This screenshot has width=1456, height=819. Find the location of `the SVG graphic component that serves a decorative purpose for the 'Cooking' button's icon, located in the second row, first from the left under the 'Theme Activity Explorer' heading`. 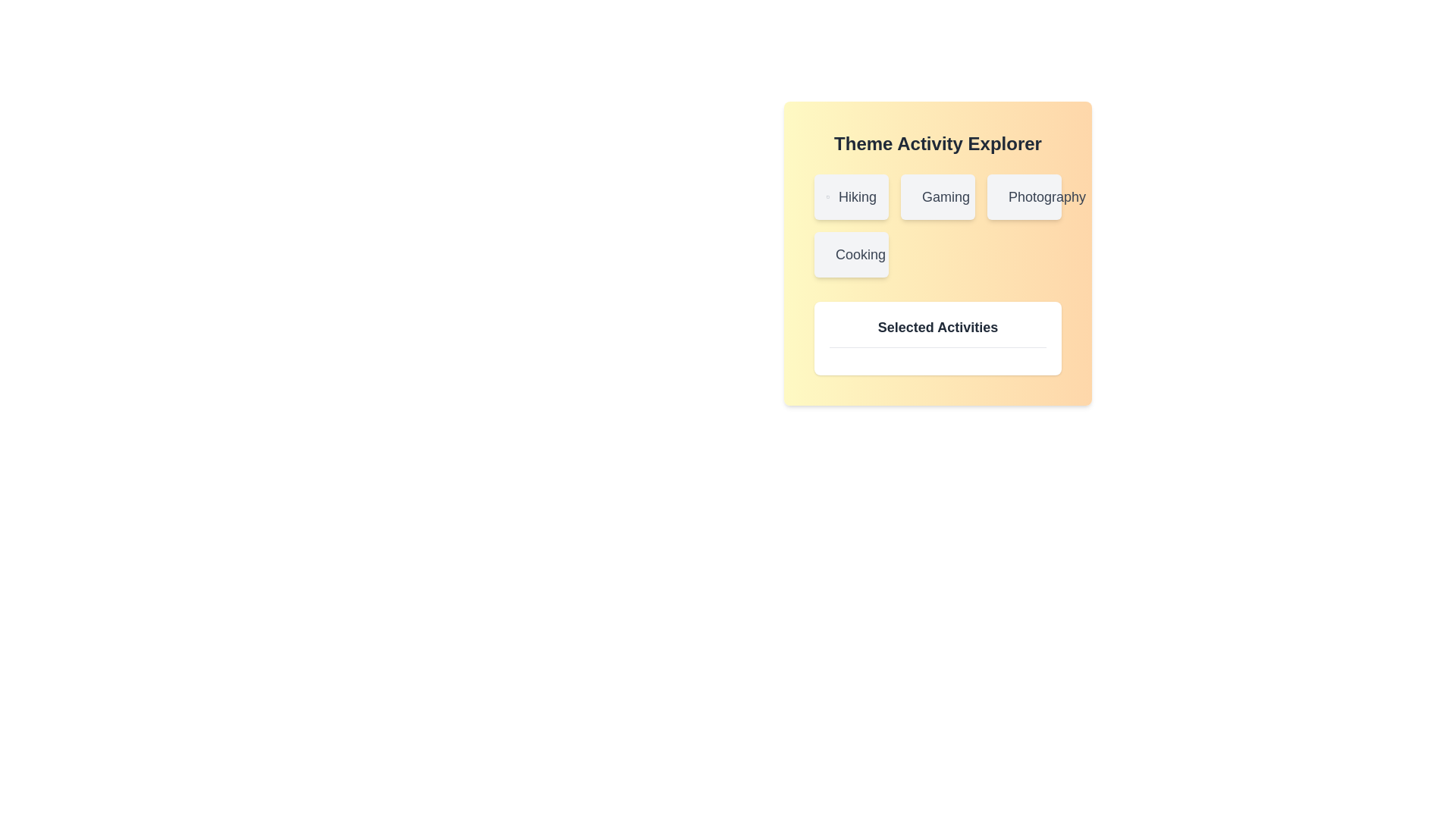

the SVG graphic component that serves a decorative purpose for the 'Cooking' button's icon, located in the second row, first from the left under the 'Theme Activity Explorer' heading is located at coordinates (835, 253).